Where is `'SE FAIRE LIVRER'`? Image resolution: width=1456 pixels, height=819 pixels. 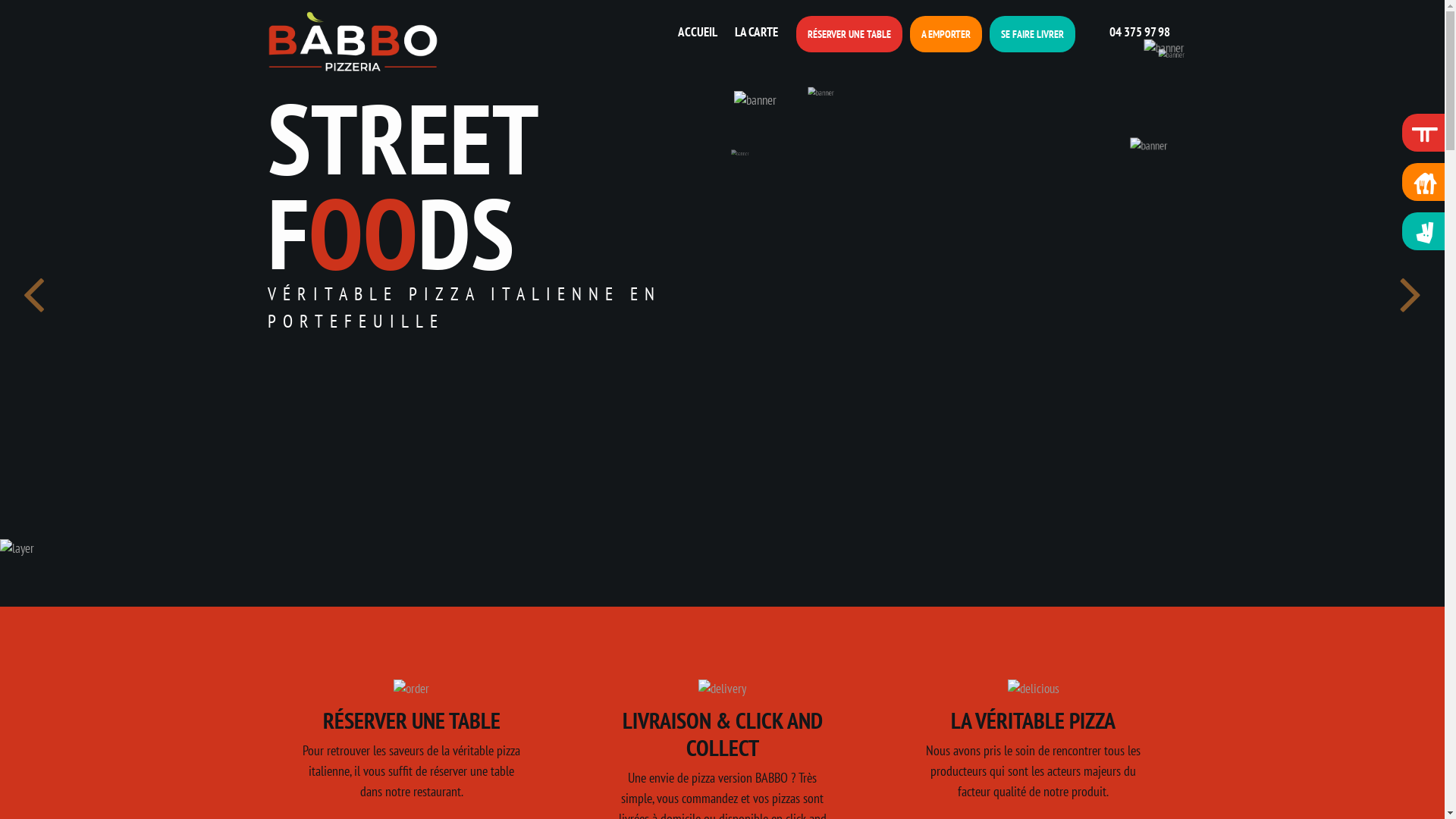 'SE FAIRE LIVRER' is located at coordinates (1031, 34).